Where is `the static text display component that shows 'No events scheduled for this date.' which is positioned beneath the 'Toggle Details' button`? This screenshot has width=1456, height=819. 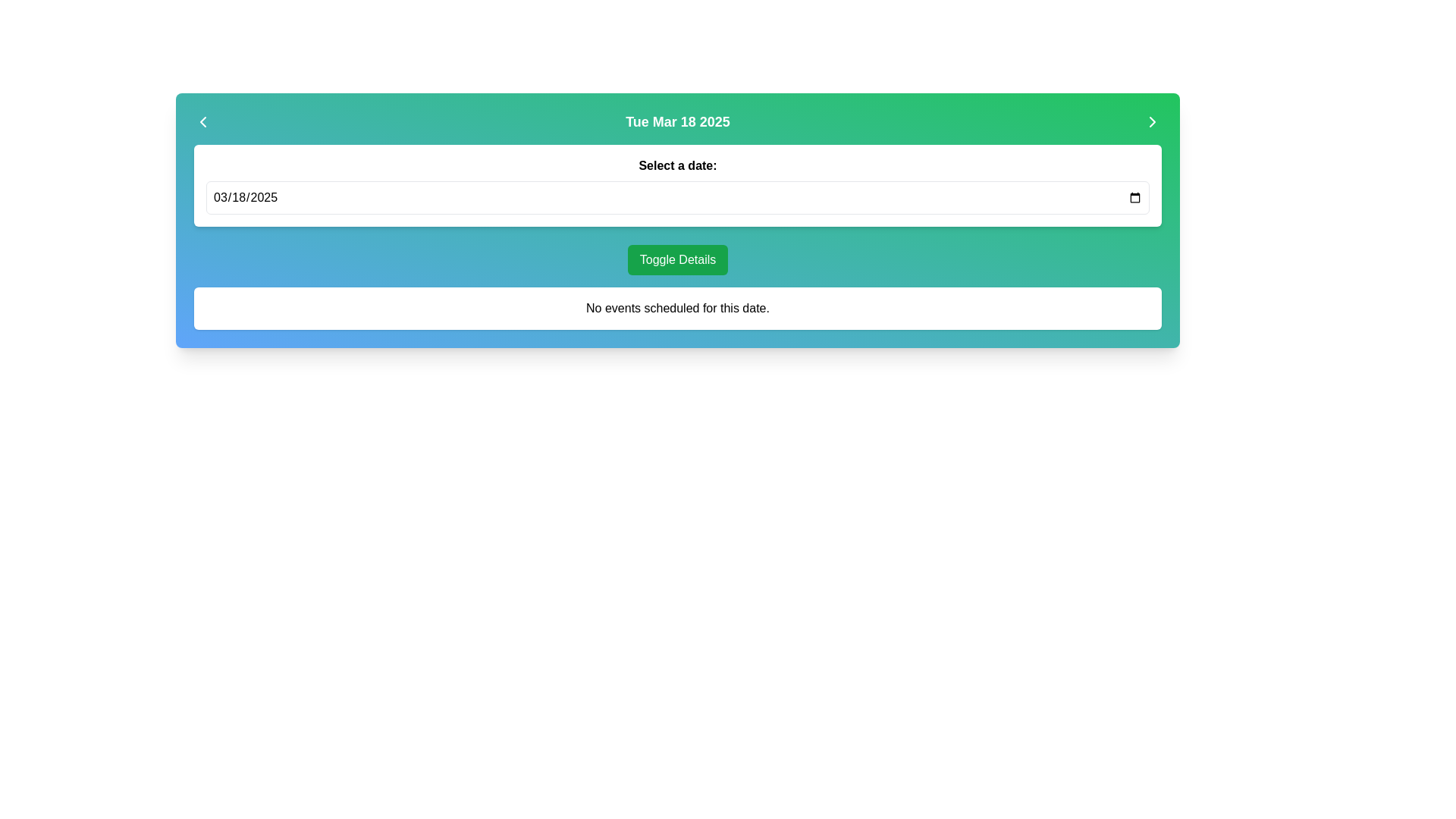
the static text display component that shows 'No events scheduled for this date.' which is positioned beneath the 'Toggle Details' button is located at coordinates (676, 308).